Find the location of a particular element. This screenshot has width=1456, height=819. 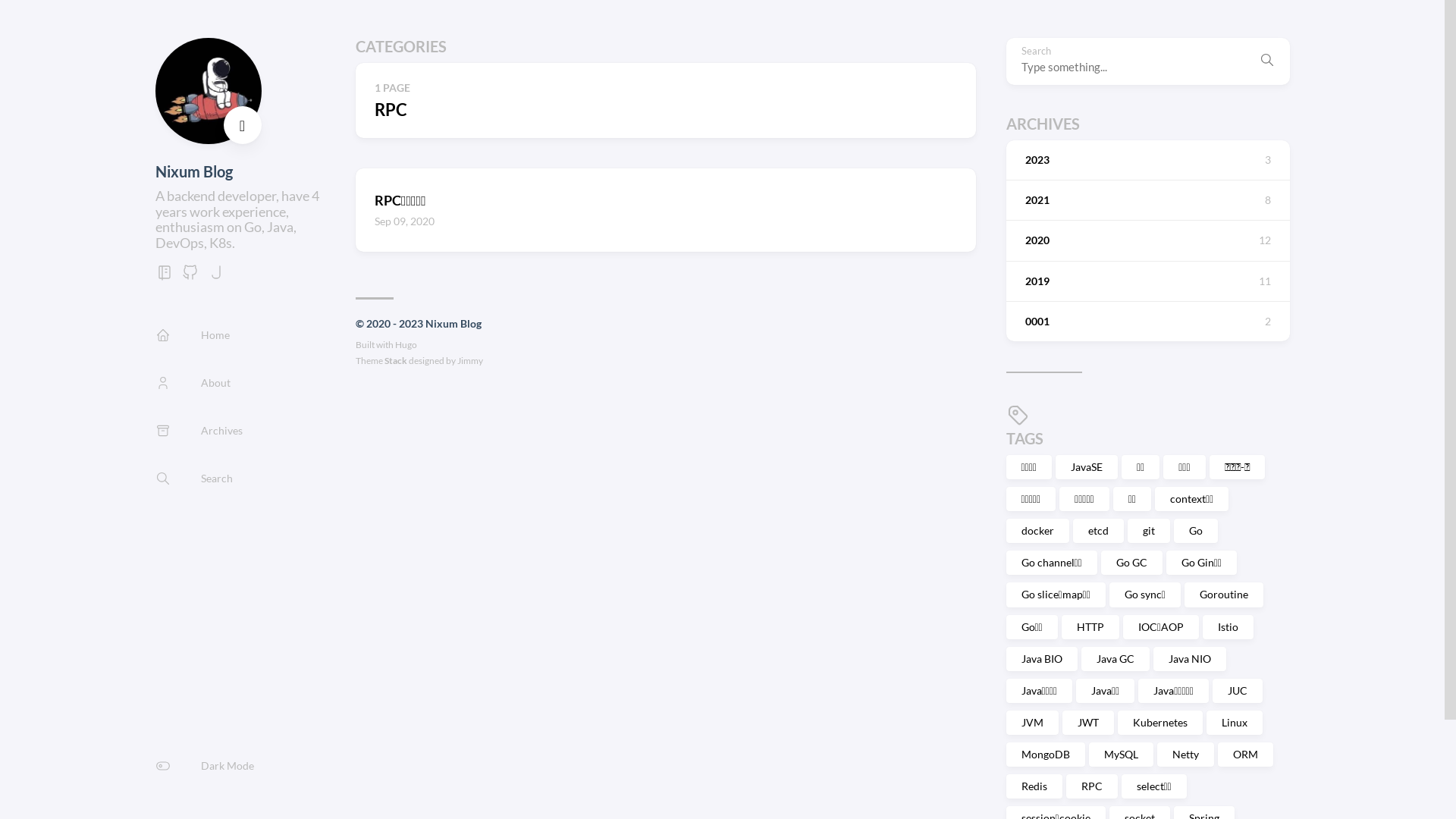

'Linux' is located at coordinates (1234, 721).